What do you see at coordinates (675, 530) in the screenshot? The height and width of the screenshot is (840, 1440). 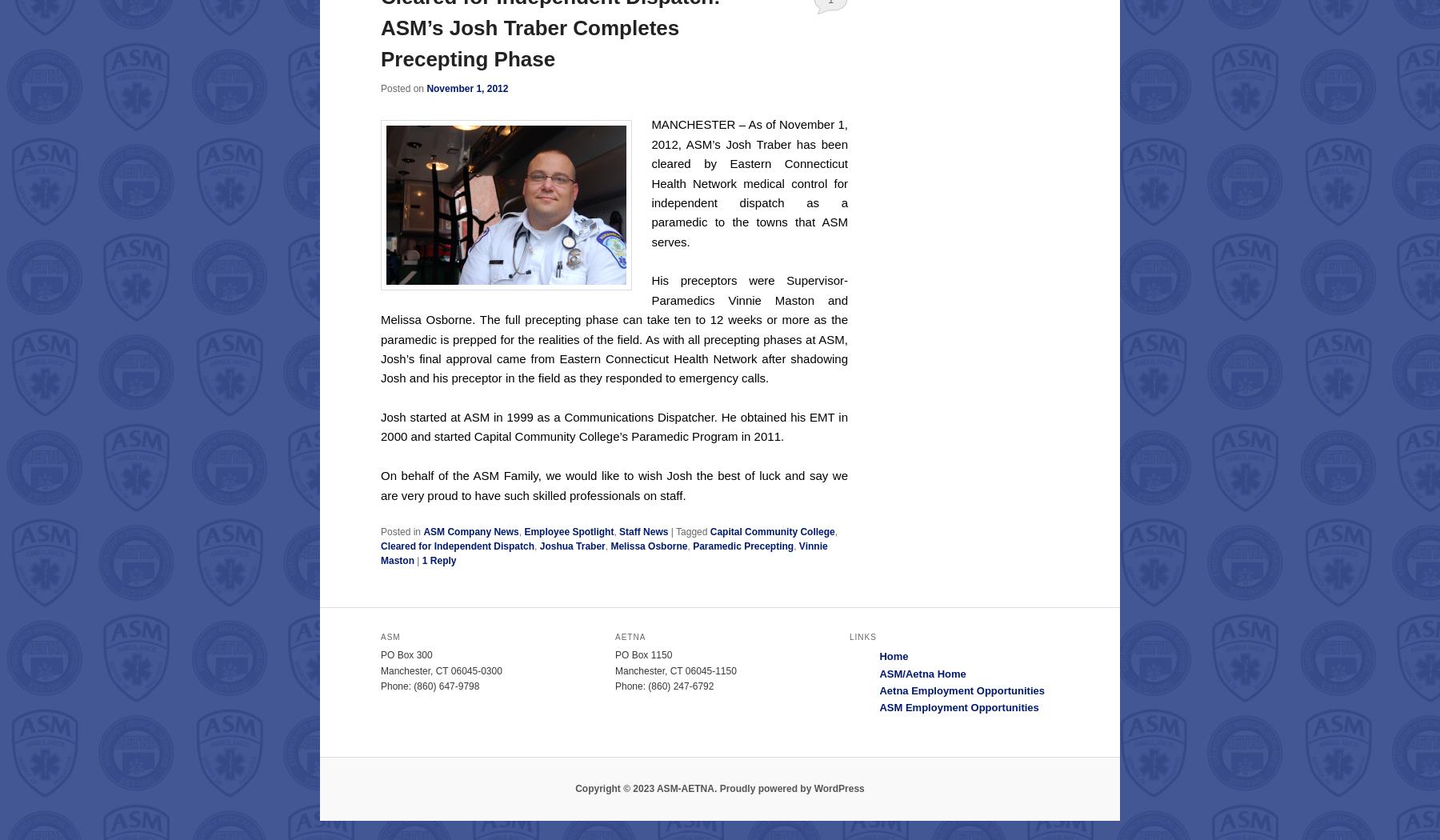 I see `'Tagged'` at bounding box center [675, 530].